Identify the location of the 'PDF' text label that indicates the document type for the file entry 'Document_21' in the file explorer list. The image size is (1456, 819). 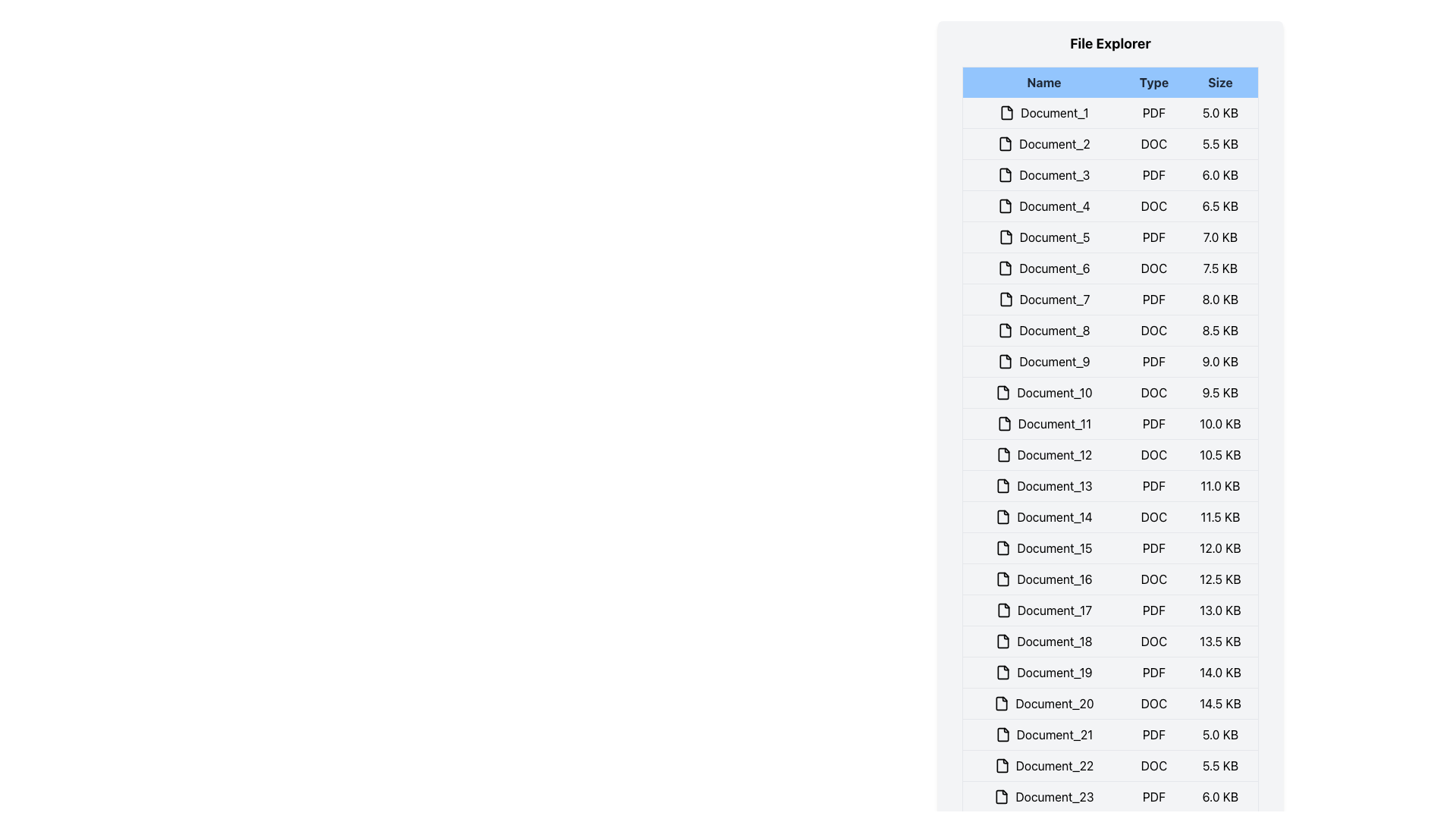
(1153, 733).